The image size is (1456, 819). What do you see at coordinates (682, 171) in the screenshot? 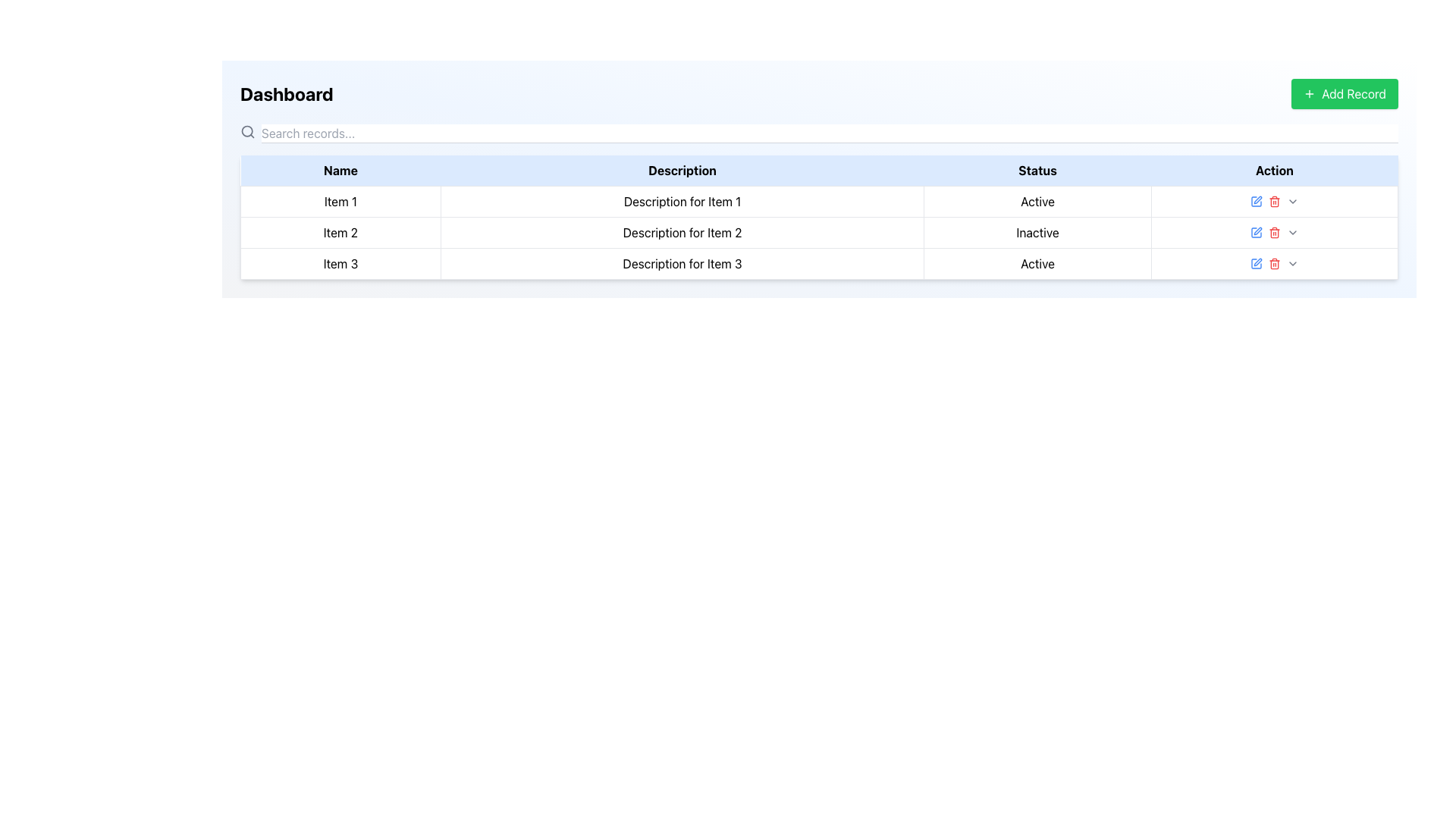
I see `the table column header labeled 'Description', which is styled with a light blue background and bold black text, located between the 'Name' and 'Status' headers` at bounding box center [682, 171].